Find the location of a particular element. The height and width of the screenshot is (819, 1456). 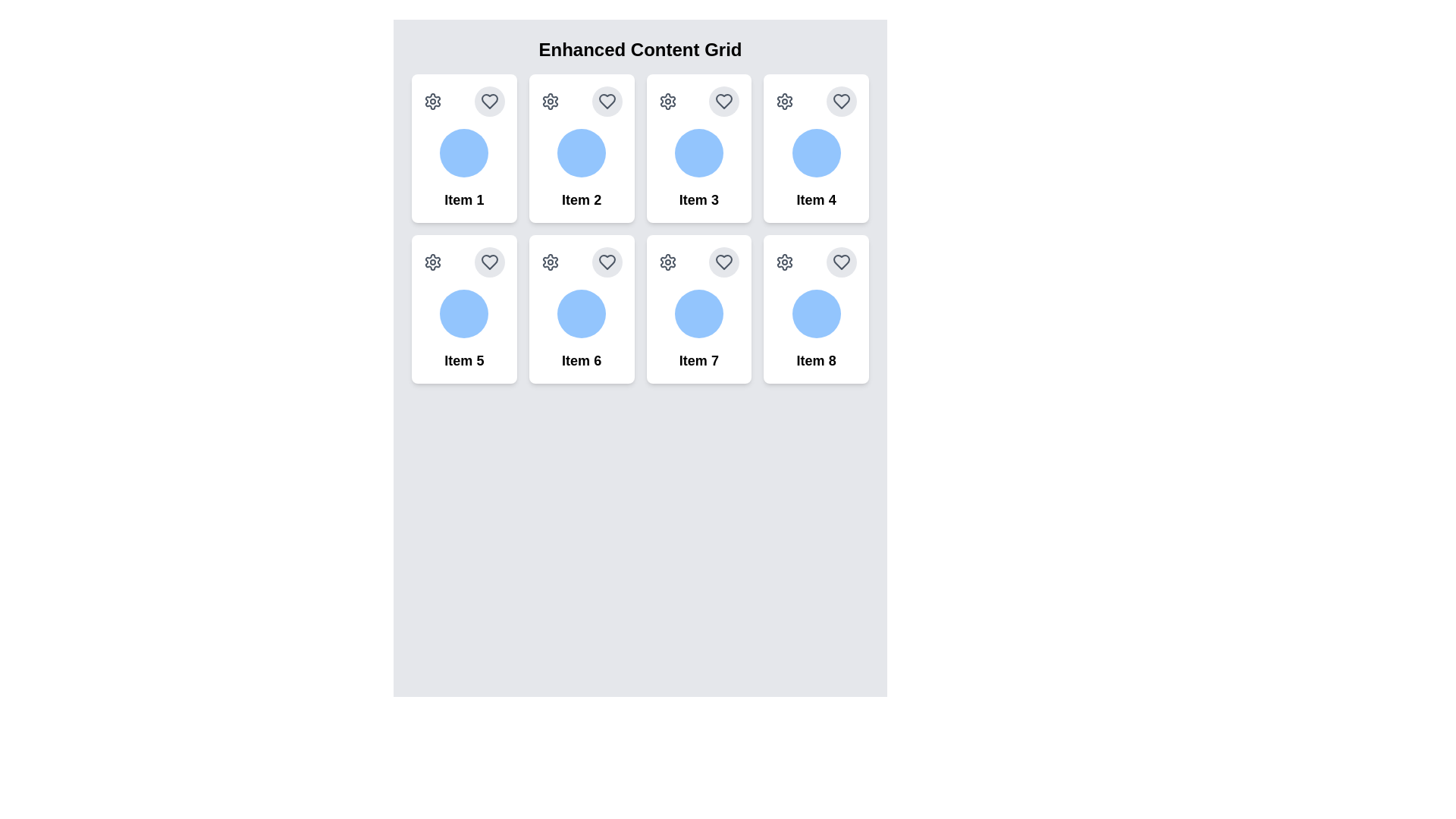

the settings icon button, which resembles a gear symbol, located at the top-left position of the 'Item 3' contextual card is located at coordinates (667, 102).